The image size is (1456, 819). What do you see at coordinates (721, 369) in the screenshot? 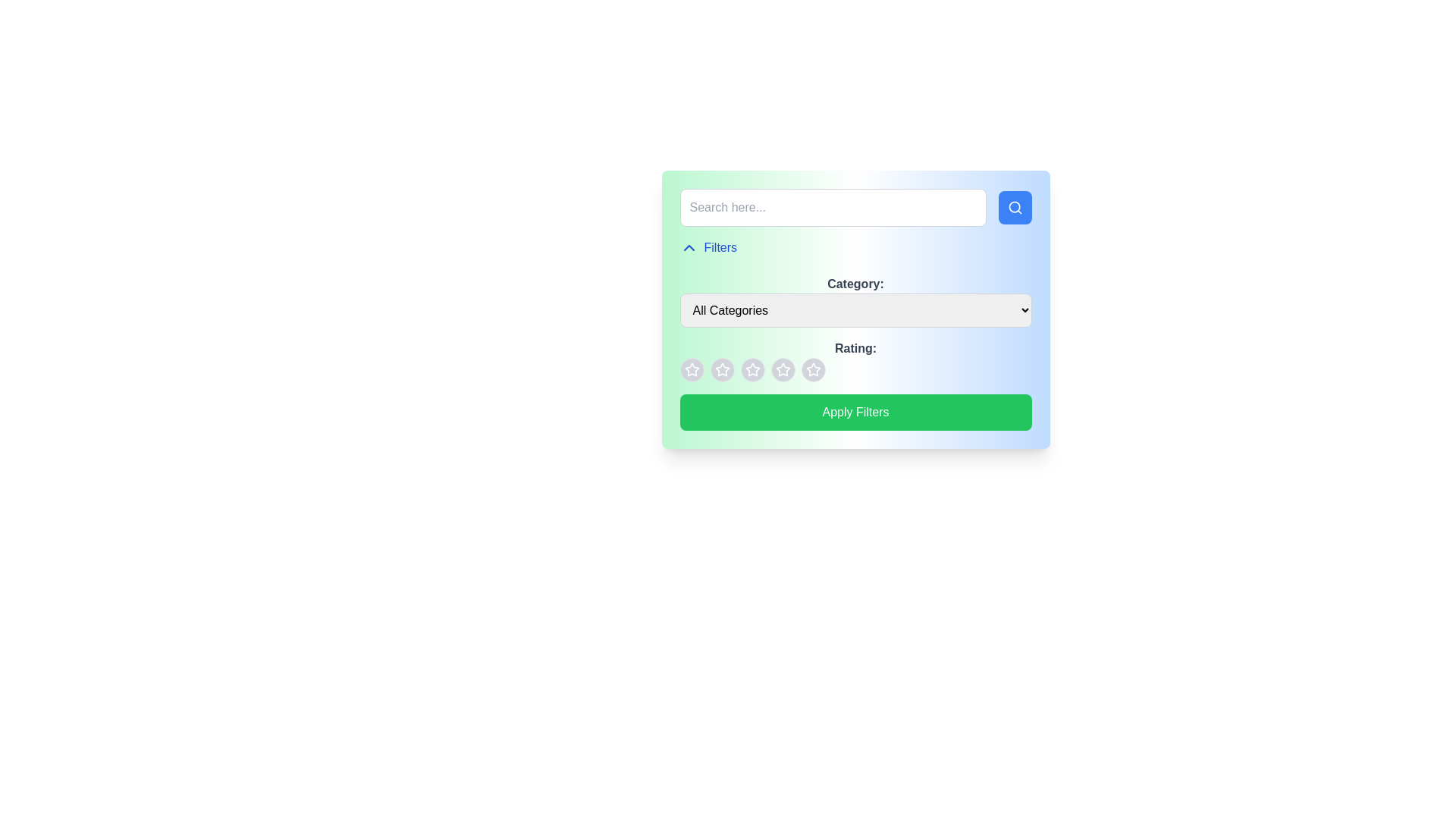
I see `the first star-like icon under the 'Rating' label in the filtering panel` at bounding box center [721, 369].